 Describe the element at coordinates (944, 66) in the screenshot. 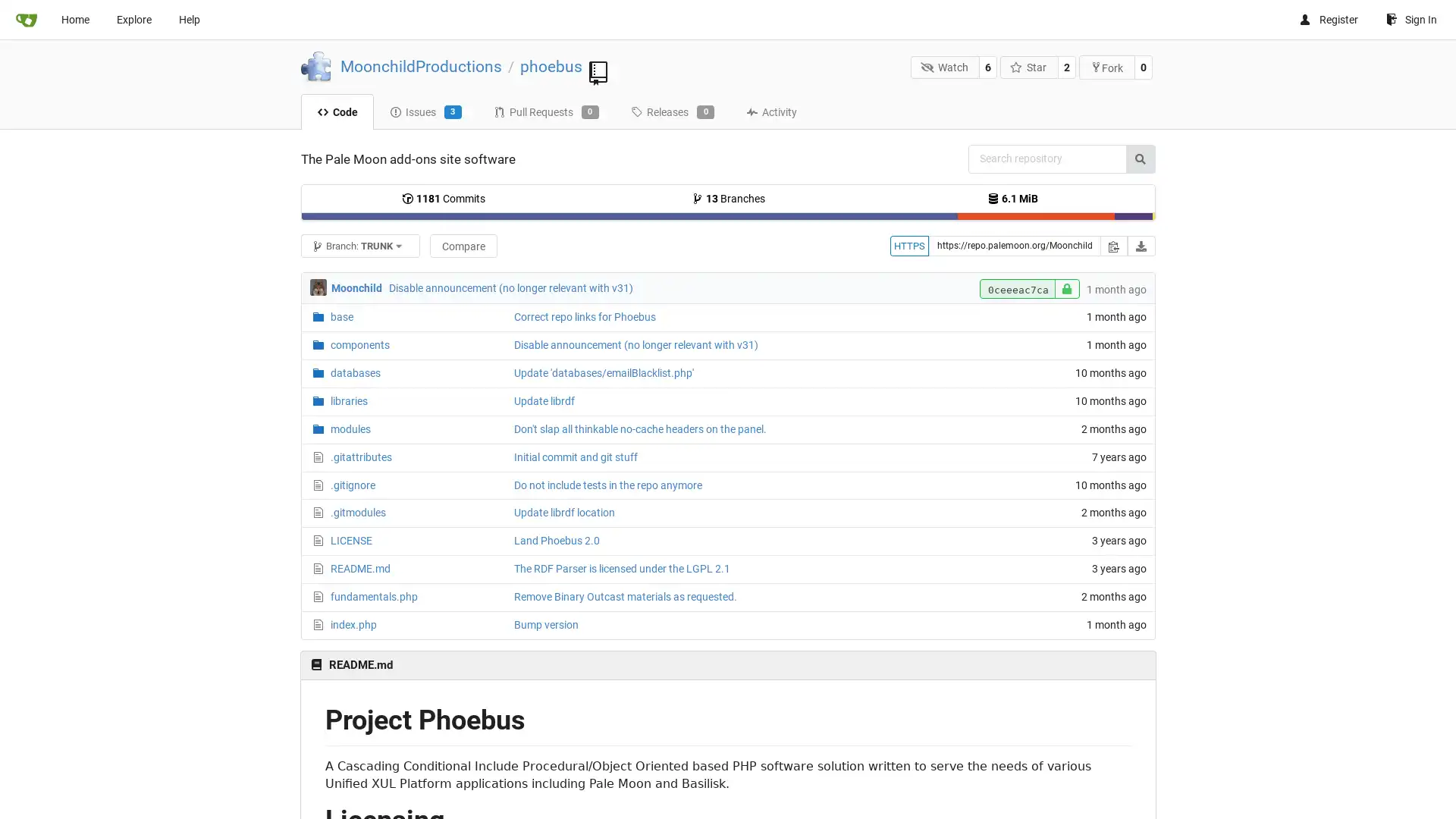

I see `Watch` at that location.